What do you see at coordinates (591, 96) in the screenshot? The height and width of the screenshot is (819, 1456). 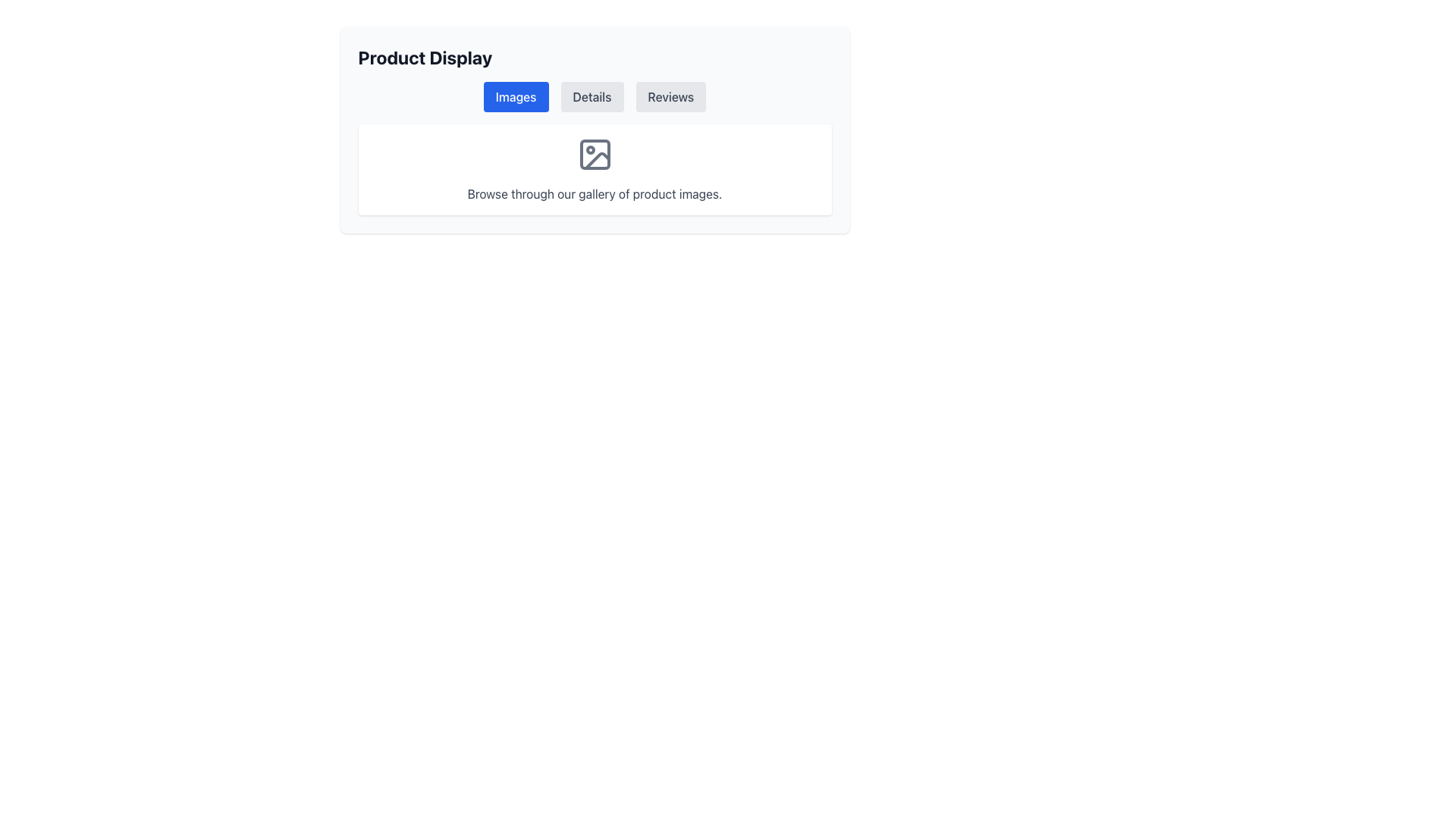 I see `the second button in the upper interface section, located between the 'Images' button and the 'Reviews' button` at bounding box center [591, 96].